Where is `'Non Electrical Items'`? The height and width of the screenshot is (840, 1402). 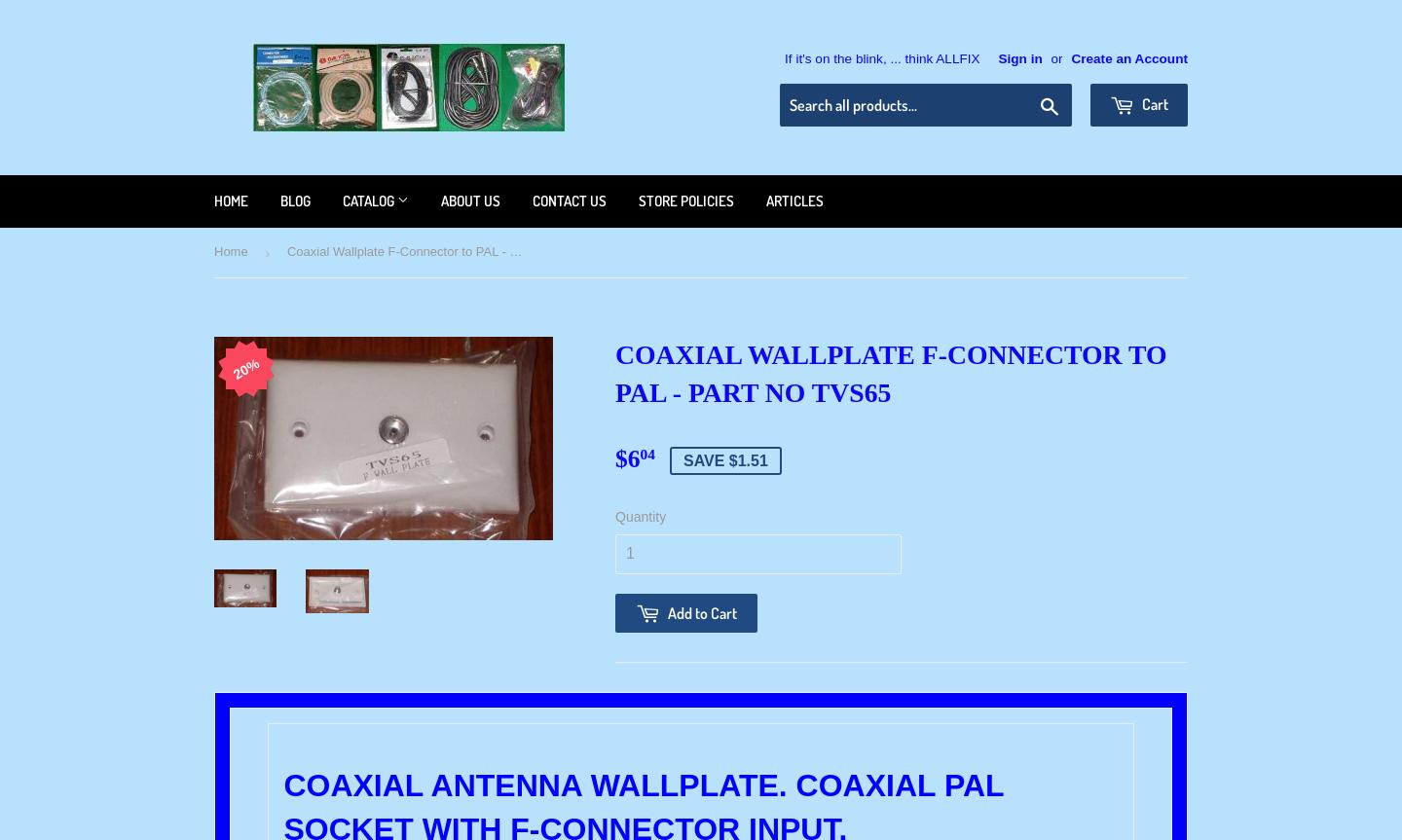 'Non Electrical Items' is located at coordinates (399, 447).